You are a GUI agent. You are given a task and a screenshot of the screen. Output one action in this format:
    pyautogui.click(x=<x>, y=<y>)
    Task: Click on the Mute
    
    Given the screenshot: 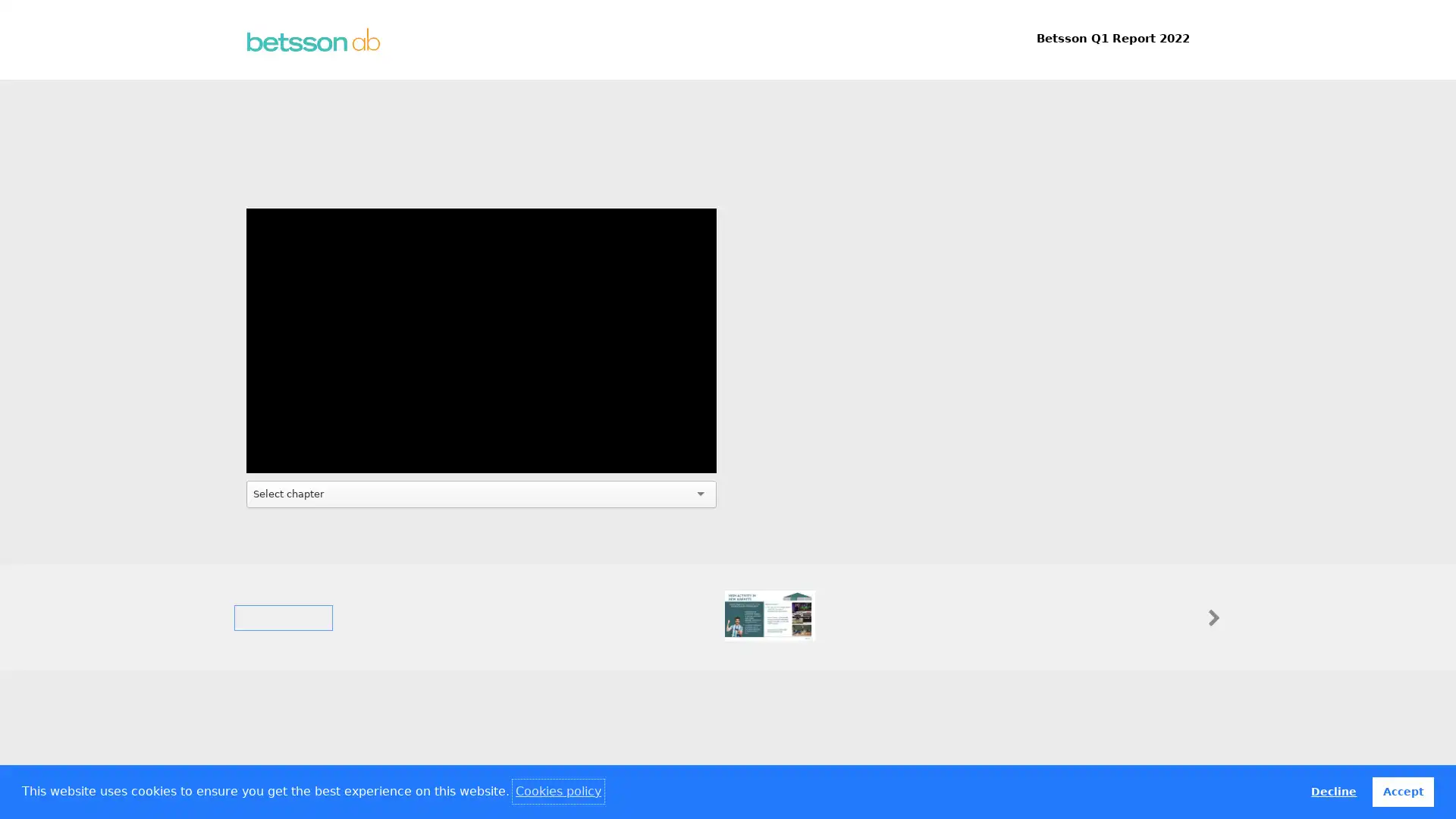 What is the action you would take?
    pyautogui.click(x=291, y=449)
    